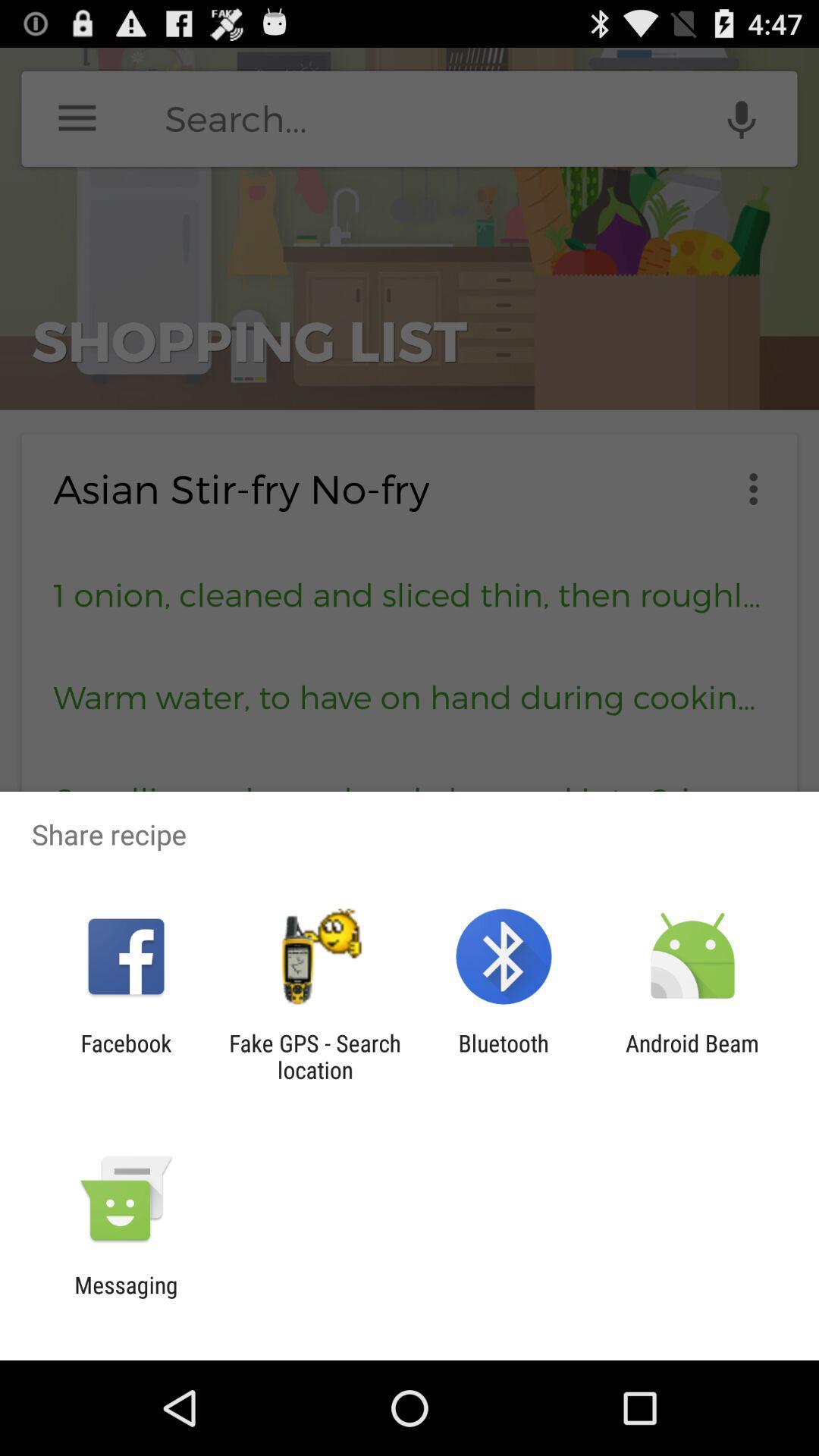 This screenshot has width=819, height=1456. I want to click on the app to the right of the facebook app, so click(314, 1056).